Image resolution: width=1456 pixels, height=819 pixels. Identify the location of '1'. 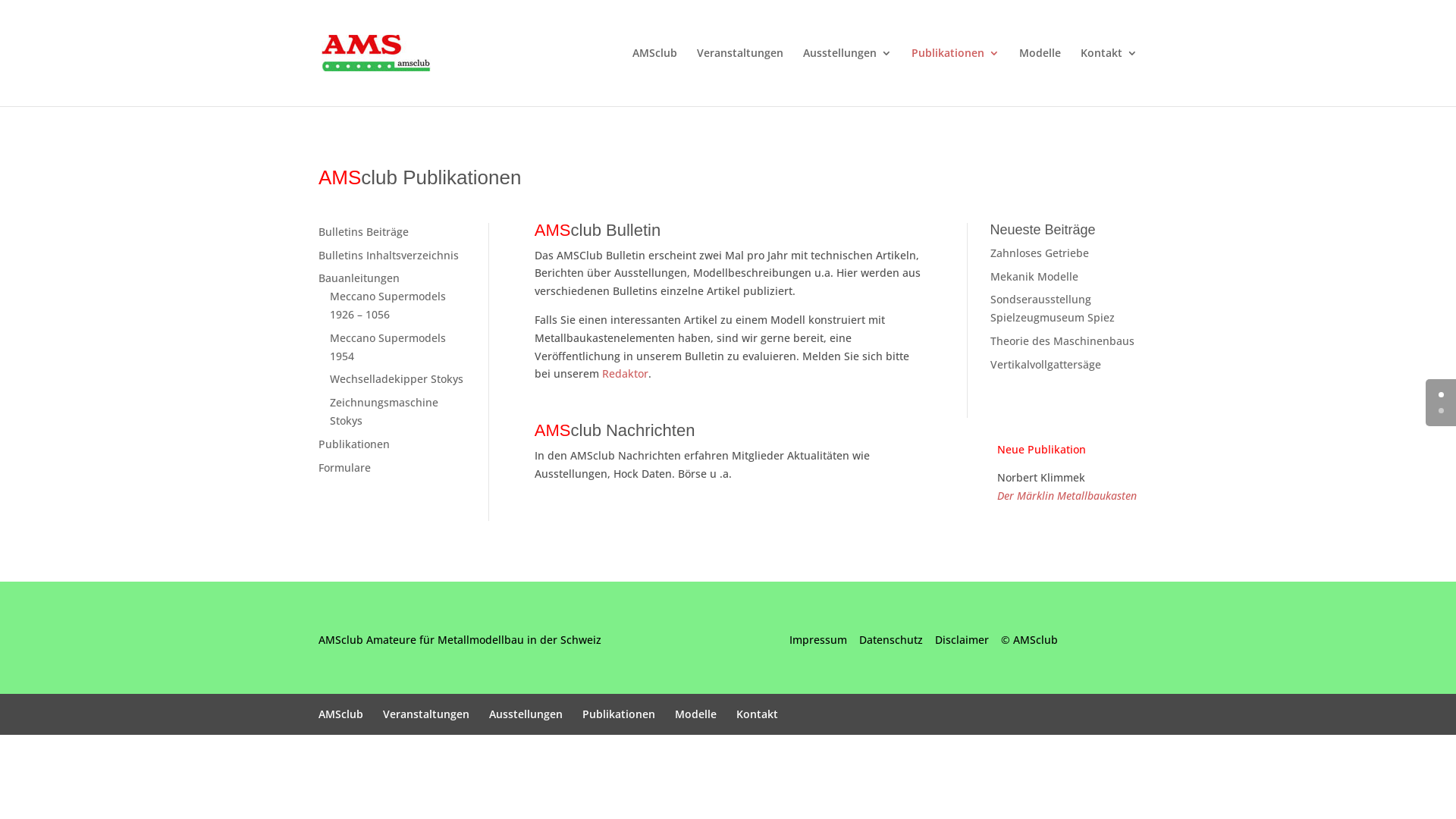
(1440, 410).